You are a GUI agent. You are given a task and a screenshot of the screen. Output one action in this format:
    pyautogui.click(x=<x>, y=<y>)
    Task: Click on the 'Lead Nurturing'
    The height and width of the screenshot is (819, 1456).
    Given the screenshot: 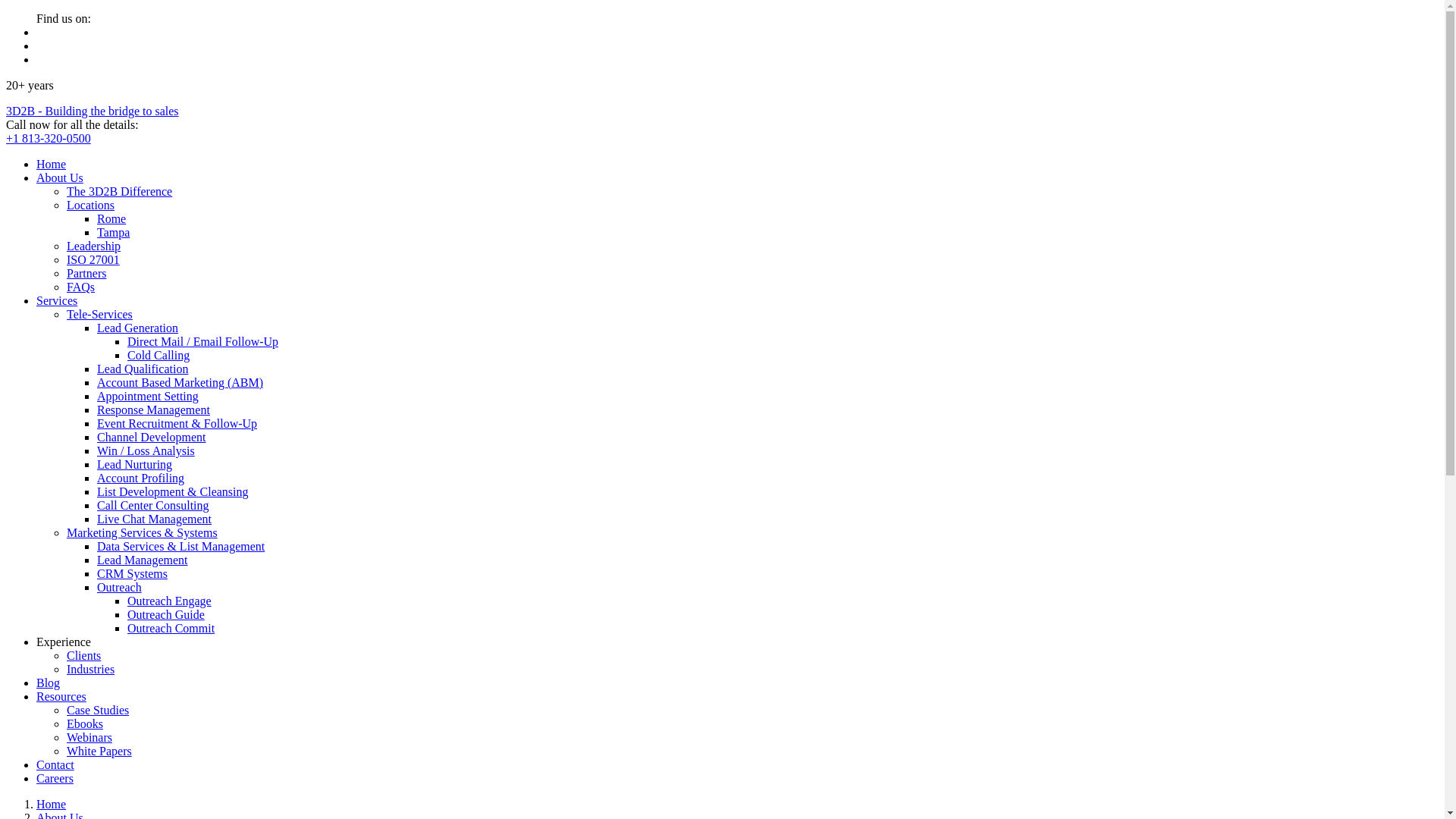 What is the action you would take?
    pyautogui.click(x=134, y=463)
    